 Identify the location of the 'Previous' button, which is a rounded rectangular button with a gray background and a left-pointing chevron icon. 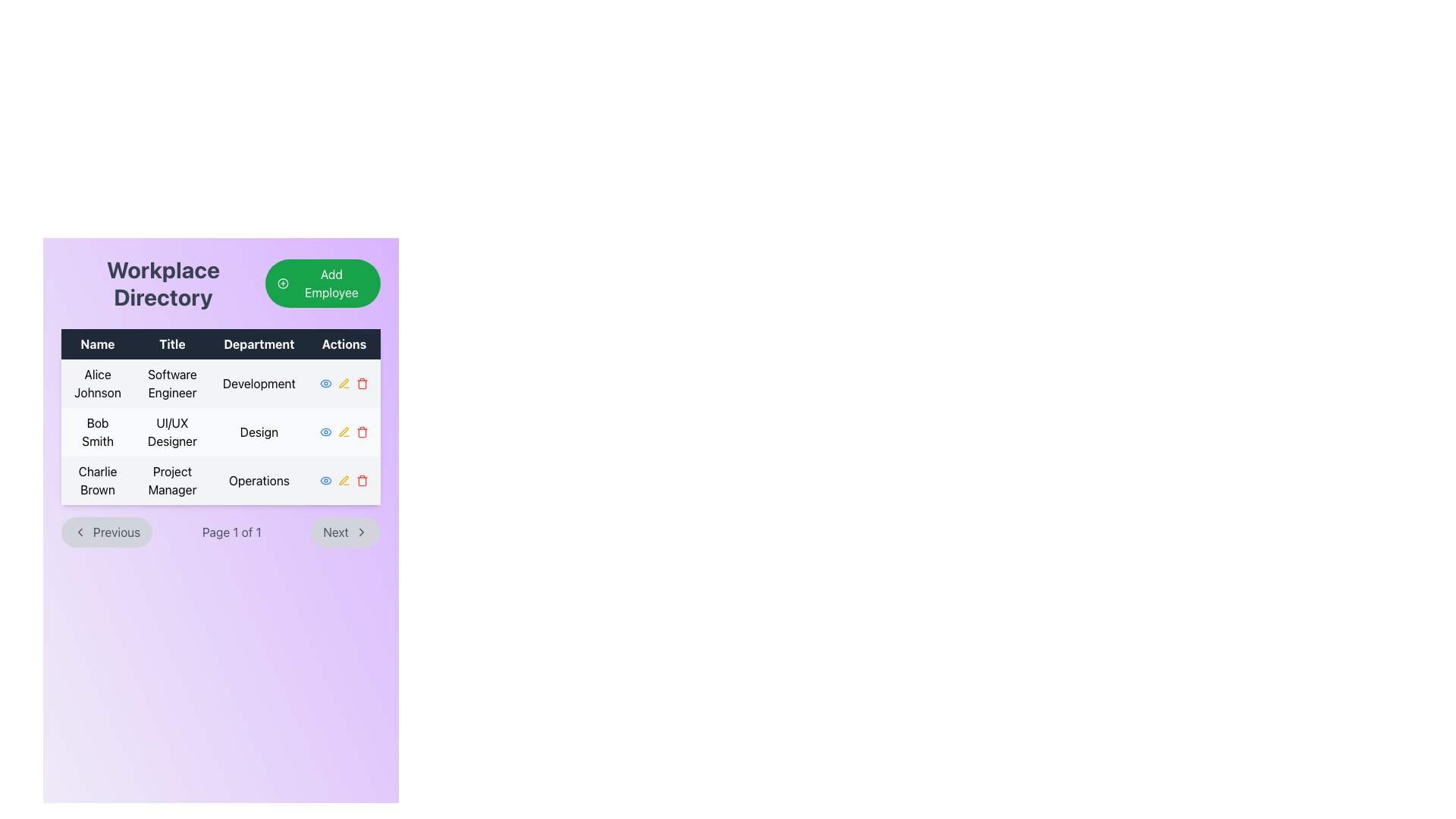
(106, 532).